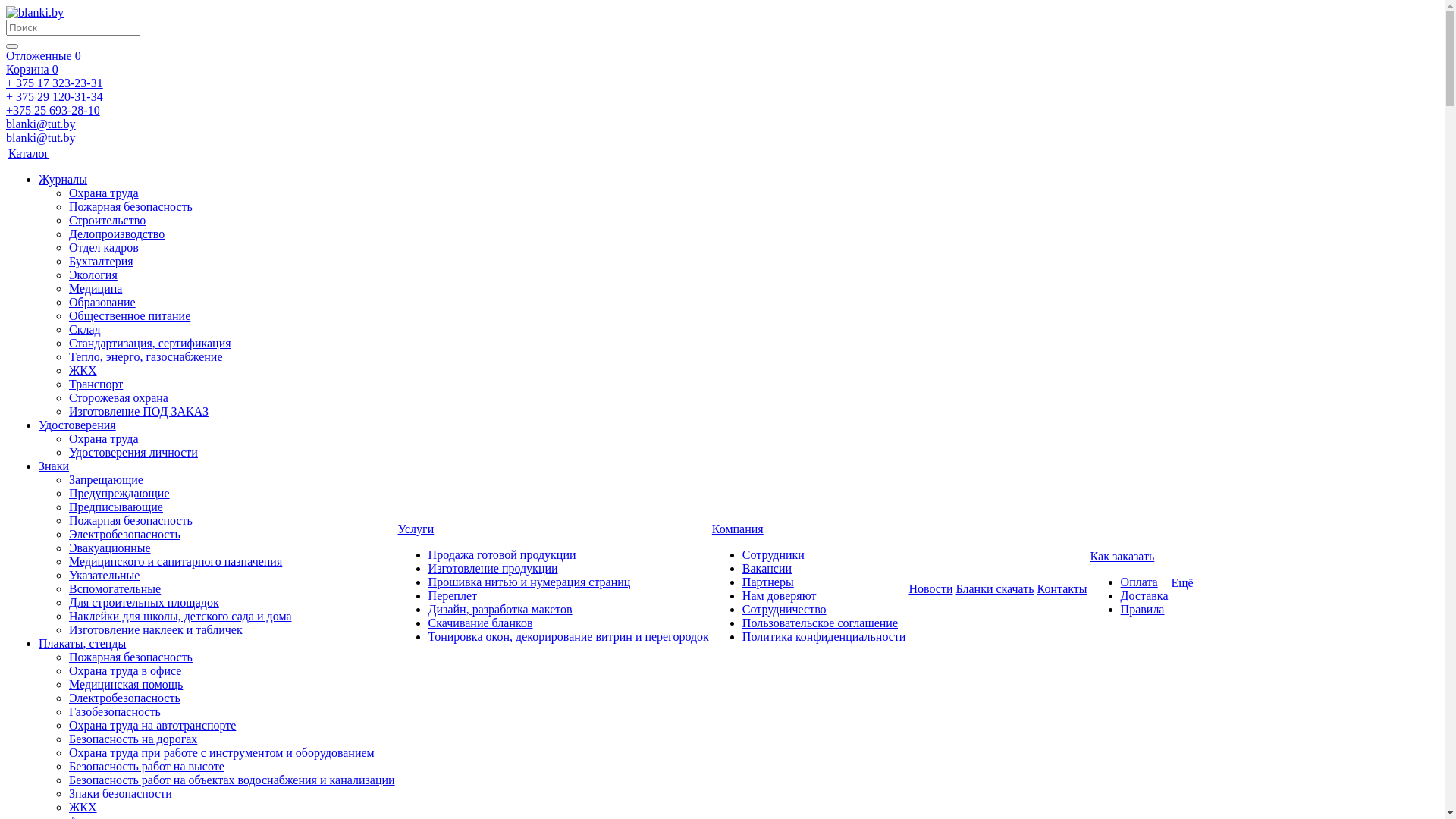  I want to click on 'blanki.by', so click(6, 12).